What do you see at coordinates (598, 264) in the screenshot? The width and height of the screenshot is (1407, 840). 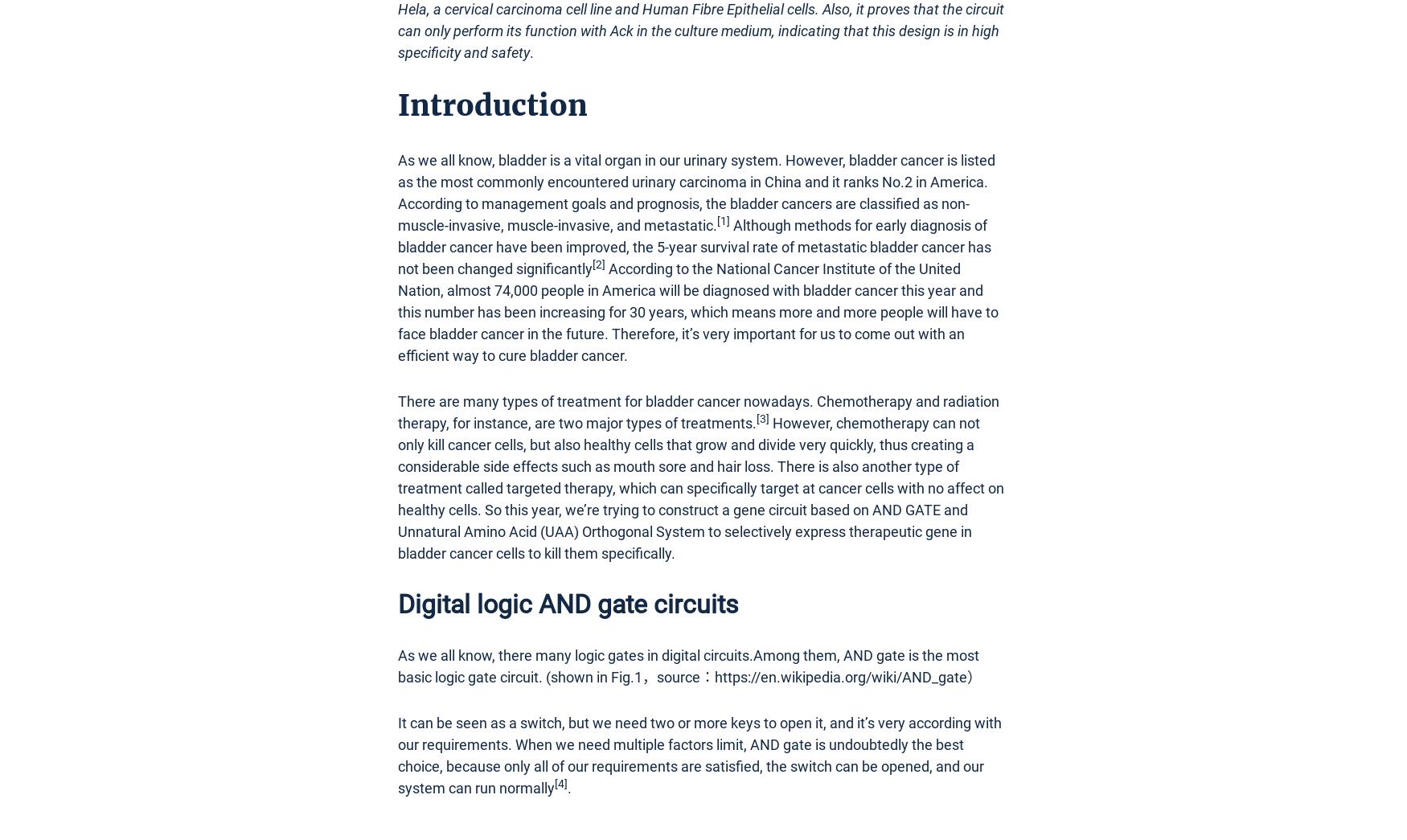 I see `'[2]'` at bounding box center [598, 264].